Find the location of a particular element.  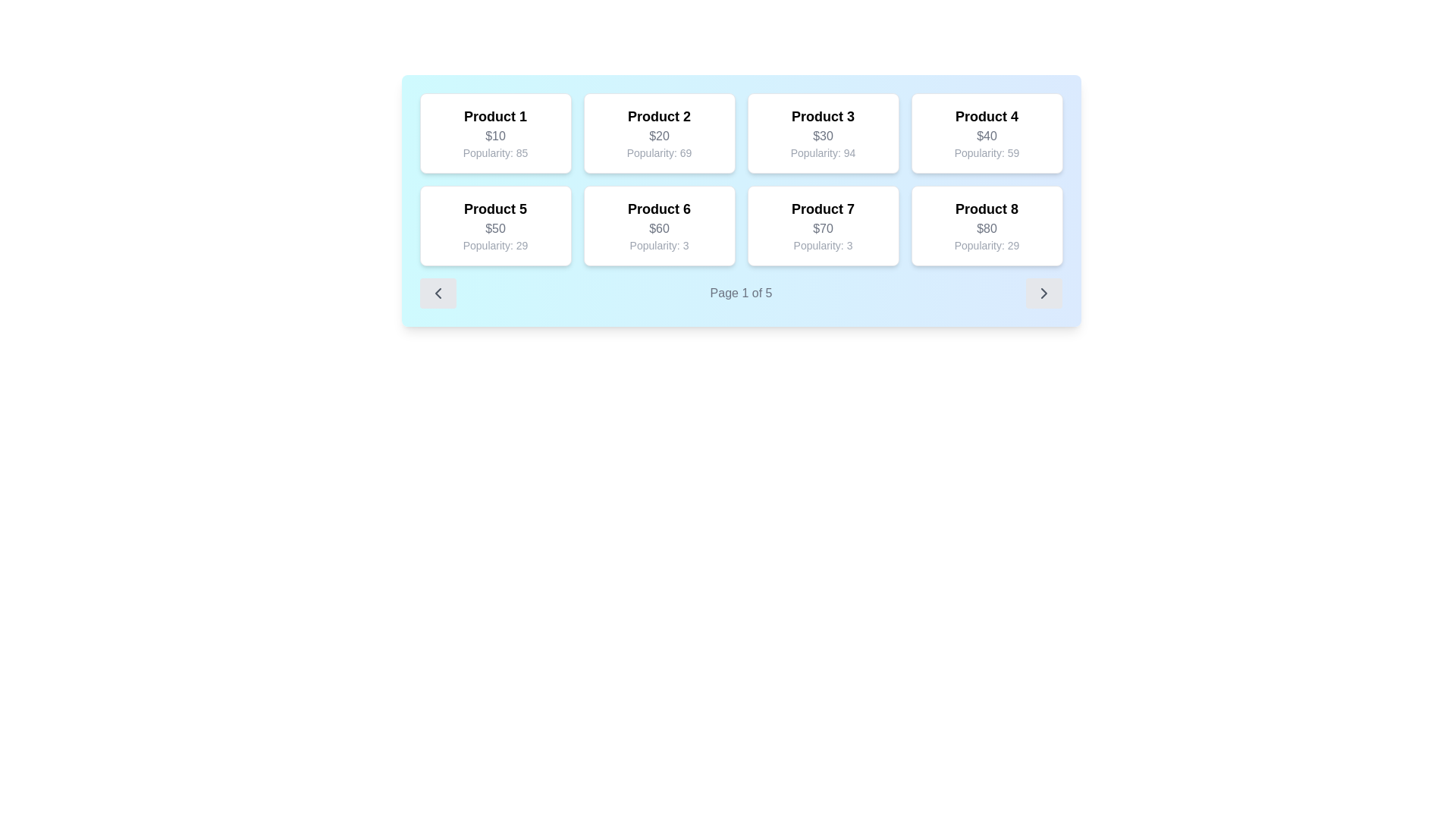

the text label displaying 'Popularity: 3', which is styled with a small font and gray color, located below the '$60' text within the card labeled 'Product 6' is located at coordinates (659, 245).